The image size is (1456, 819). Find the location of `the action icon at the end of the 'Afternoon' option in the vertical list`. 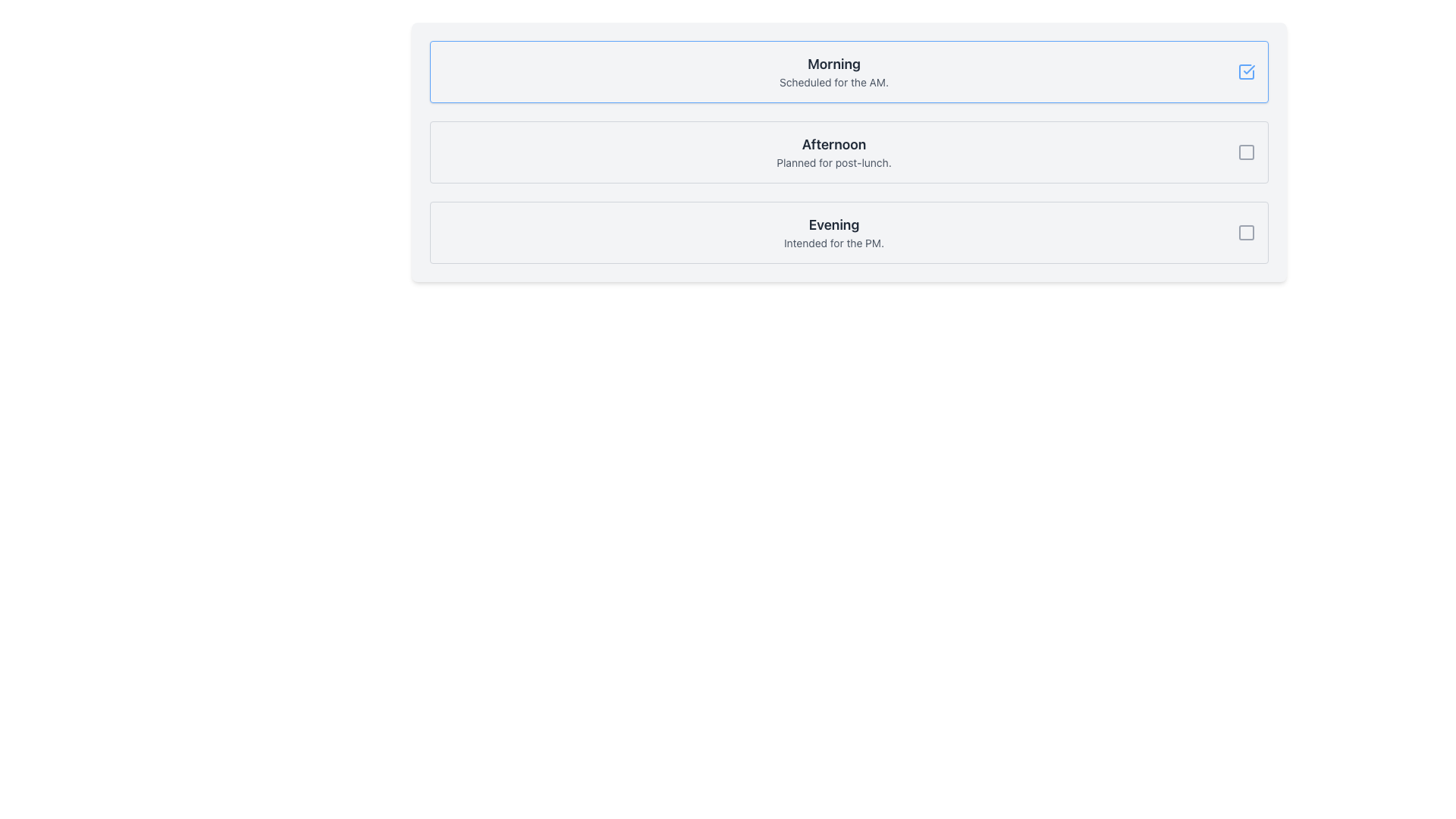

the action icon at the end of the 'Afternoon' option in the vertical list is located at coordinates (1246, 152).